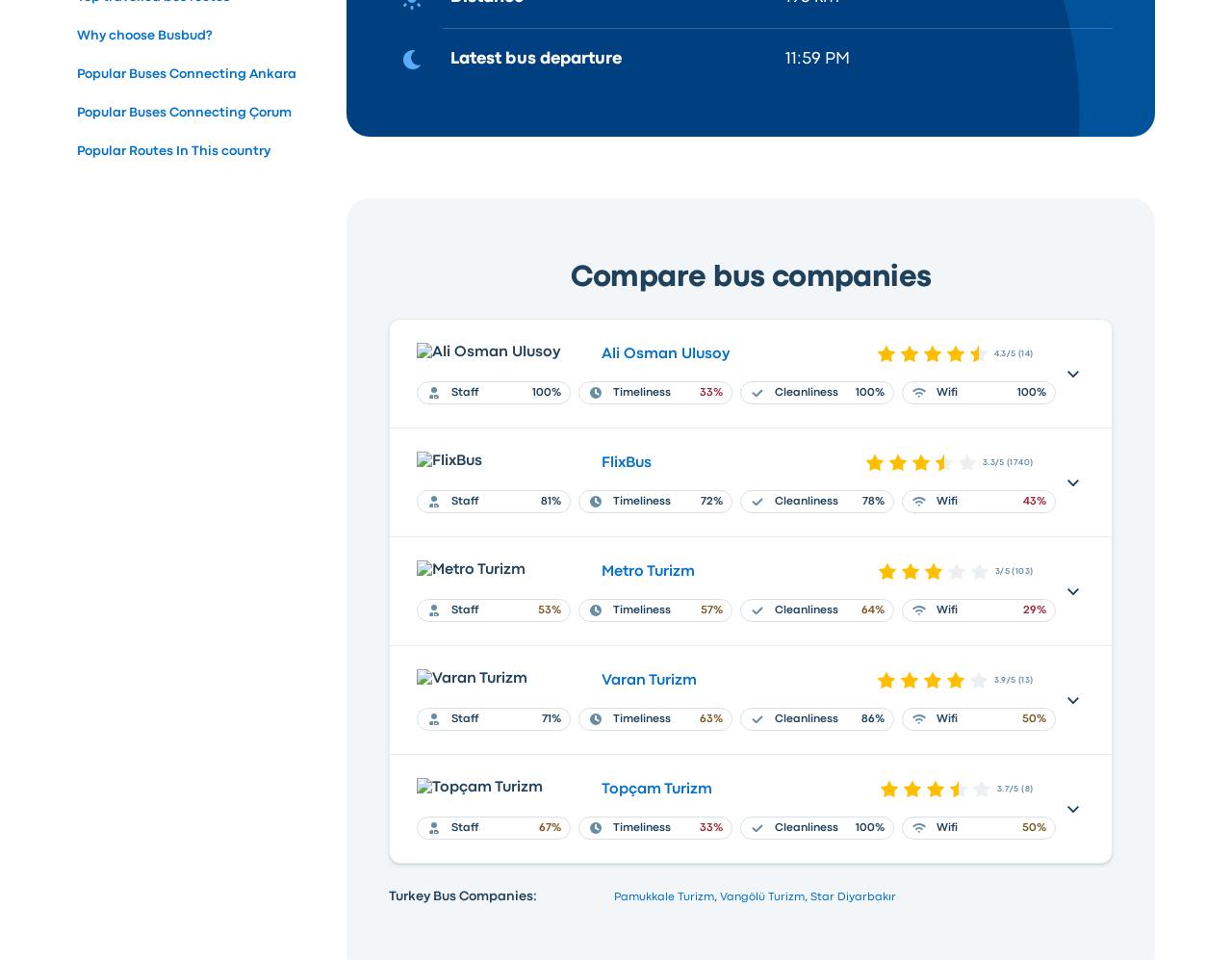 The width and height of the screenshot is (1232, 960). I want to click on 'Why choose Busbud?', so click(143, 34).